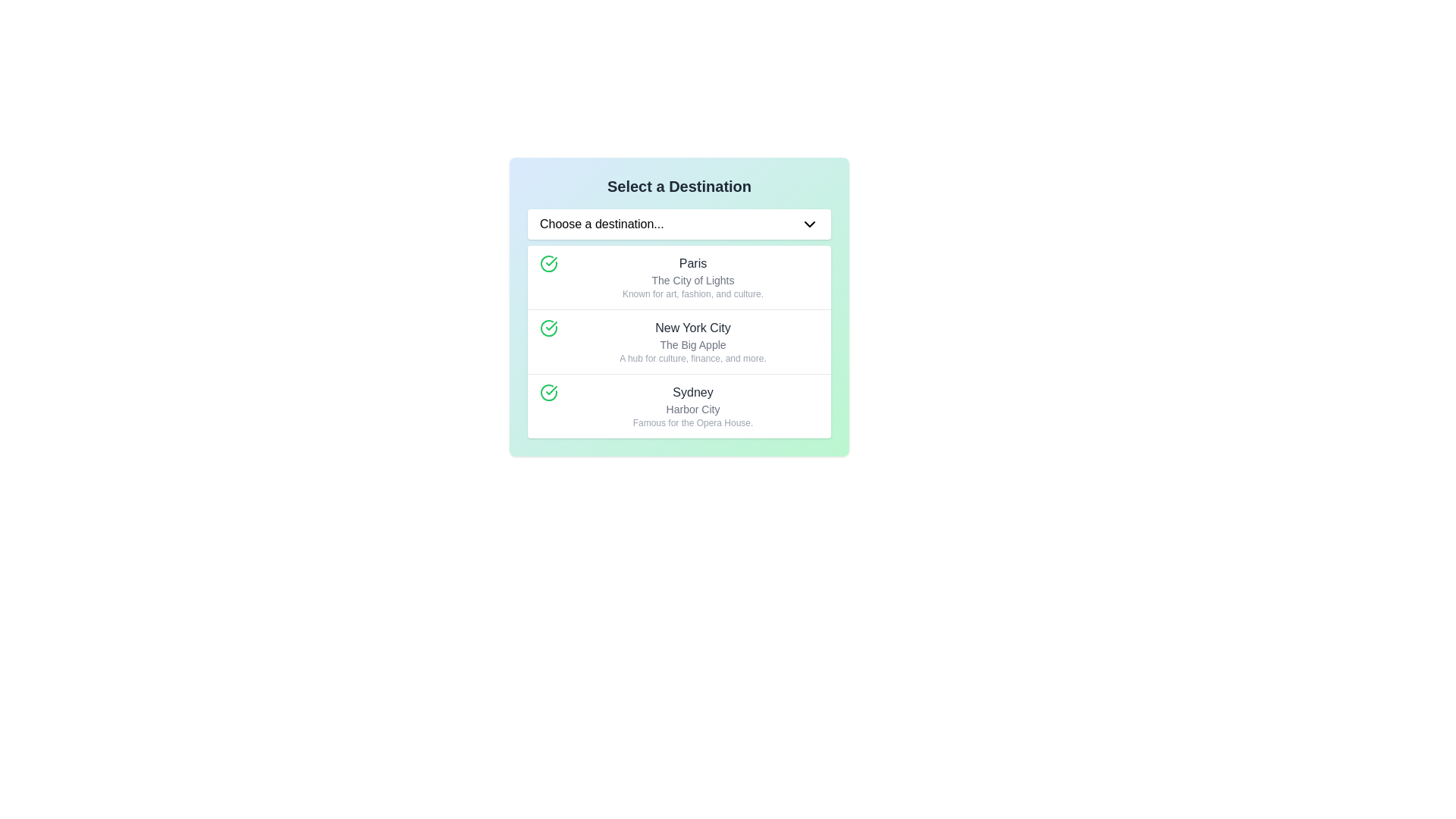 The image size is (1456, 819). I want to click on the descriptive text label that highlights the association of 'Paris' with art, fashion, and culture, located at the bottom of the destination card, so click(692, 294).